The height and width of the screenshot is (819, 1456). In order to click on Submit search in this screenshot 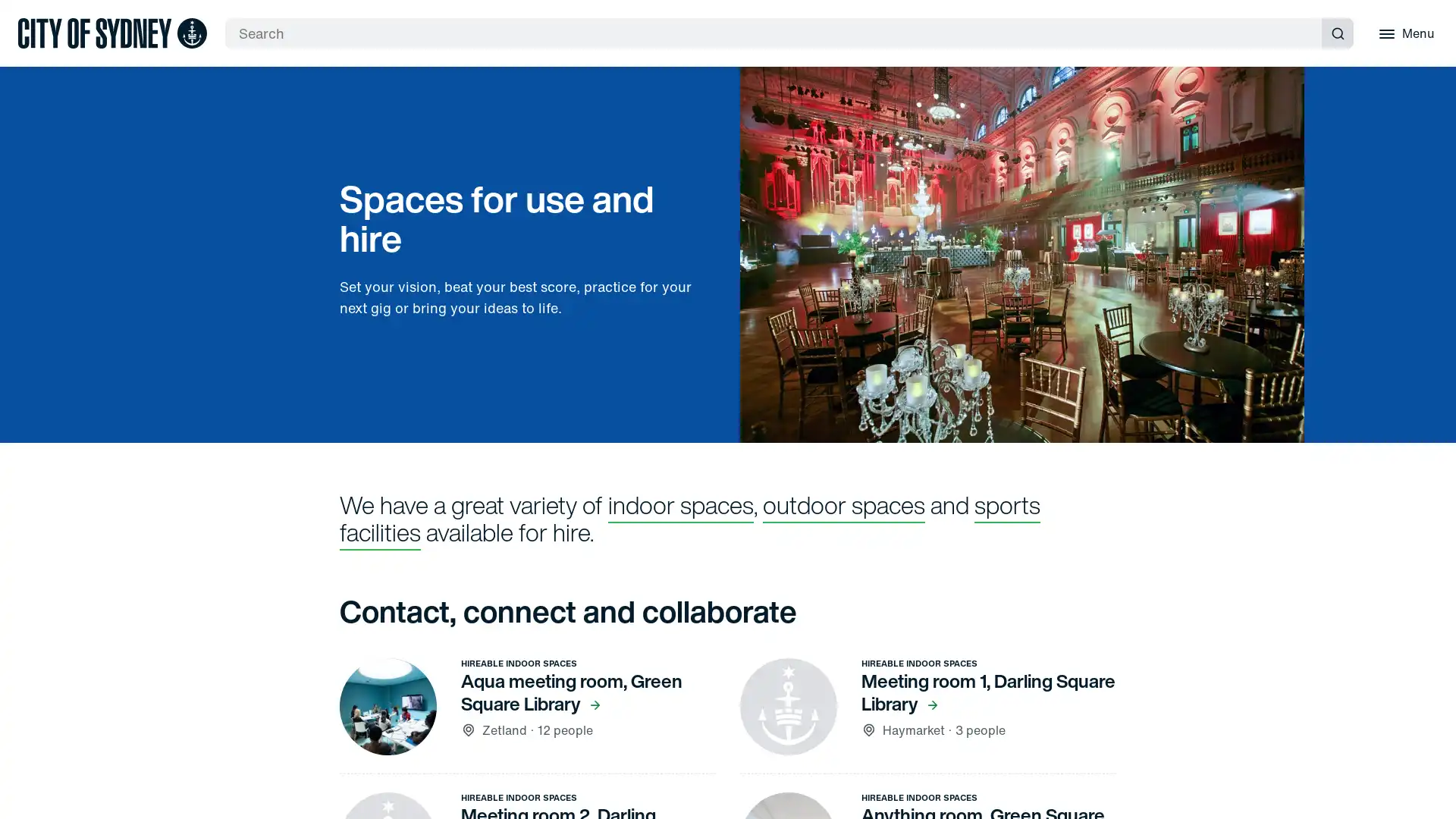, I will do `click(1337, 33)`.